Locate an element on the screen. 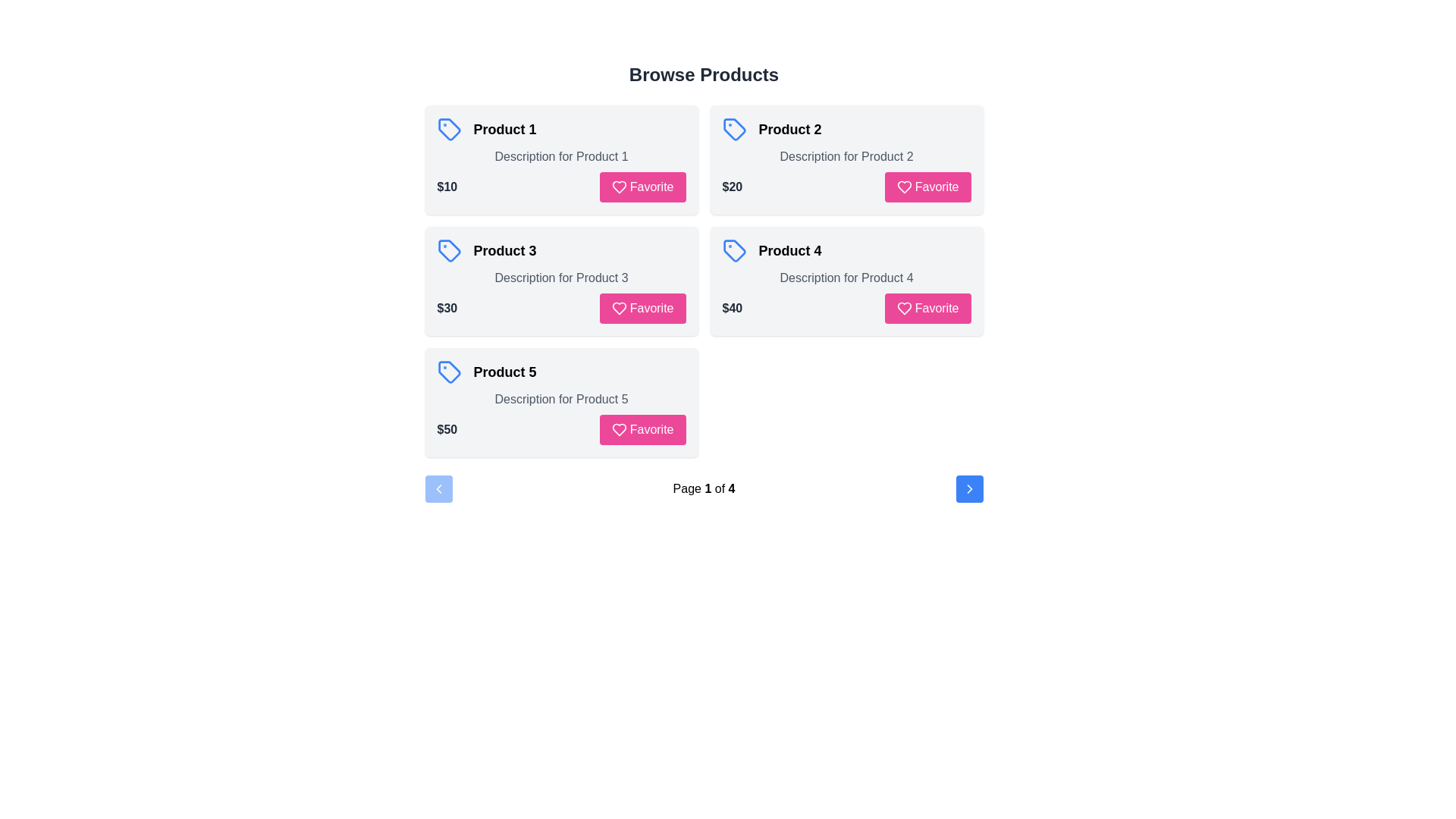  the tag icon representing the label for 'Product 5' is located at coordinates (448, 372).